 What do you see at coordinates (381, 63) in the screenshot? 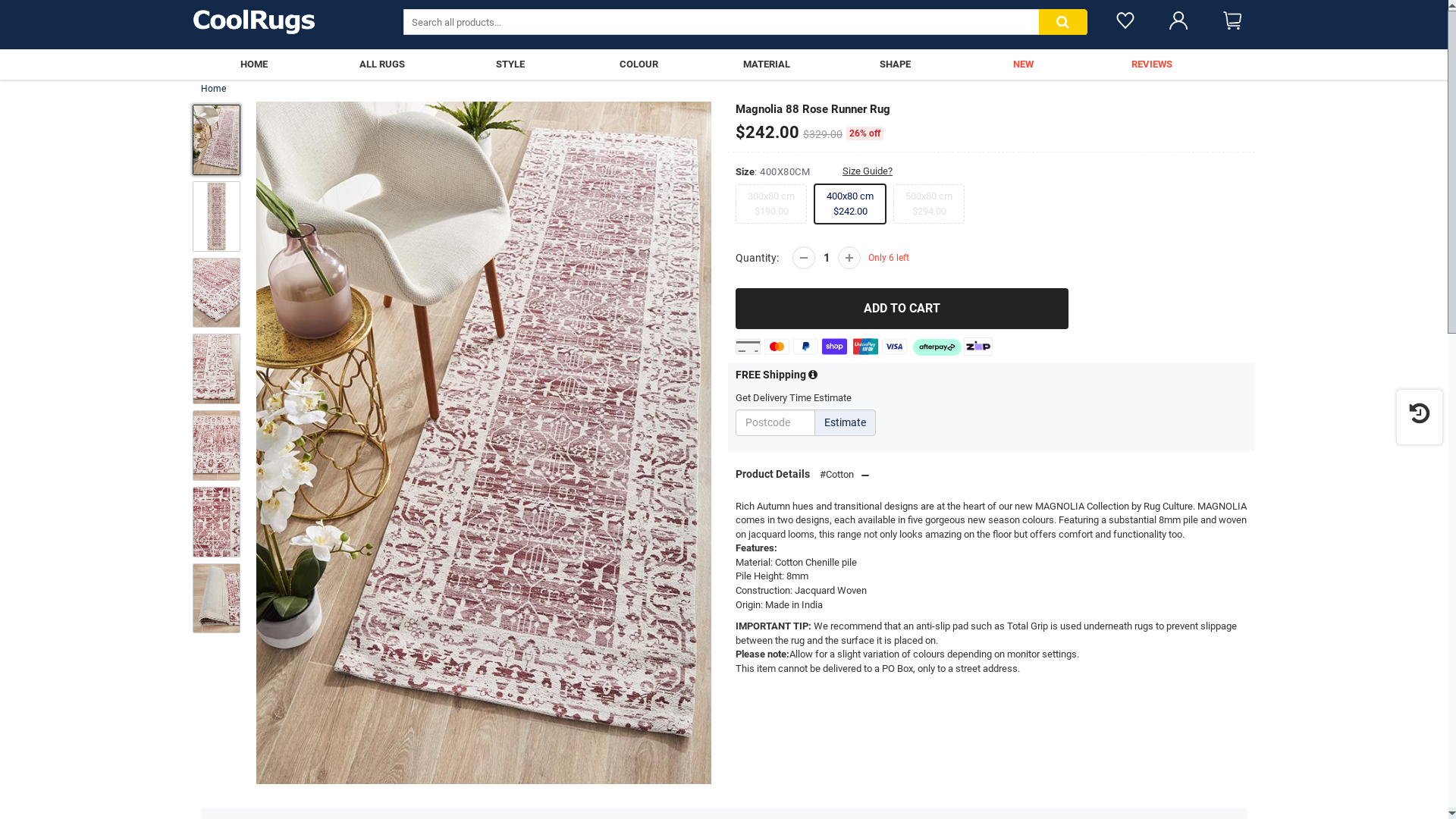
I see `'ALL RUGS'` at bounding box center [381, 63].